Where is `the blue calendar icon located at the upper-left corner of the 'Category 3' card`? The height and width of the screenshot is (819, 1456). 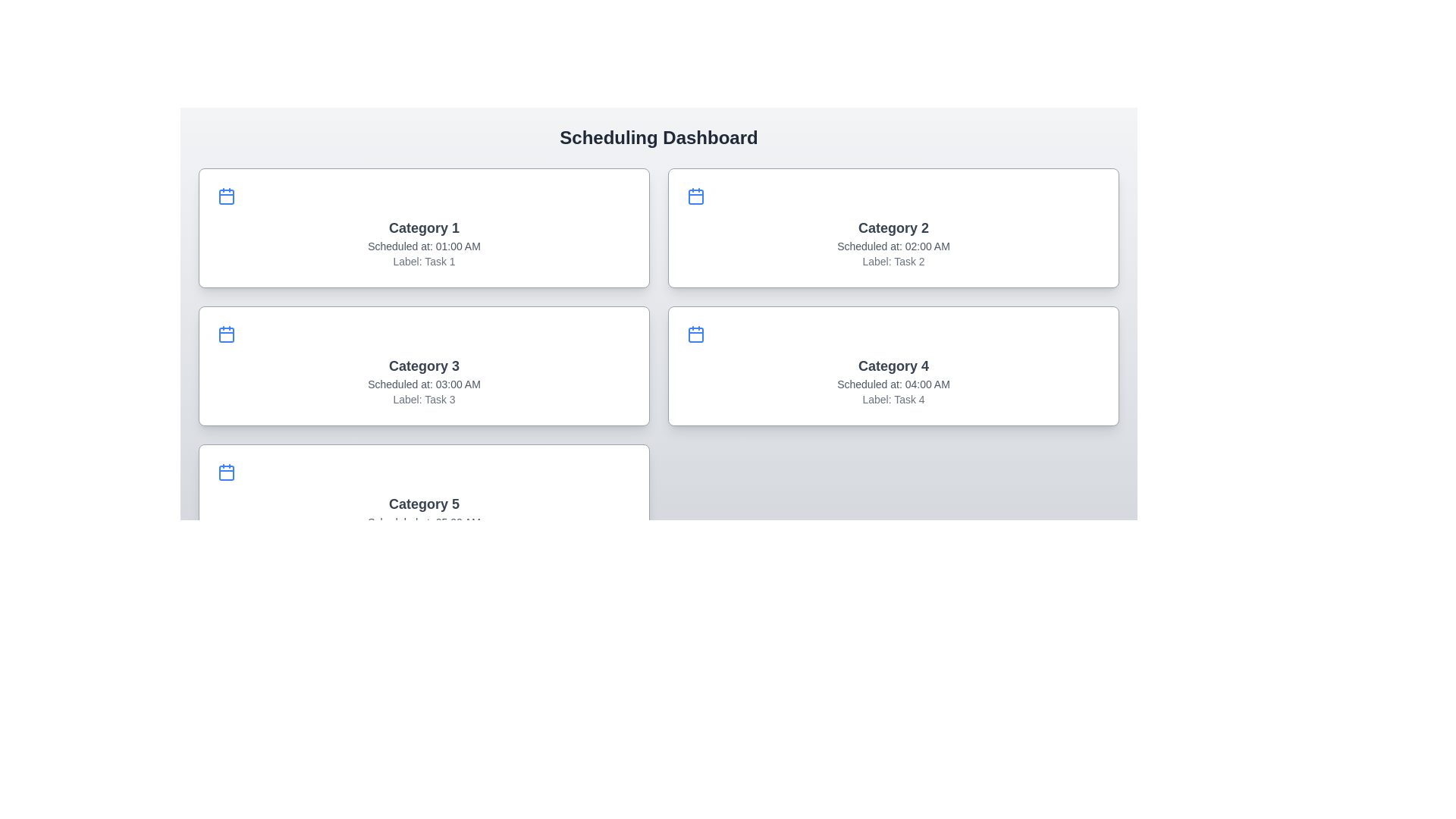 the blue calendar icon located at the upper-left corner of the 'Category 3' card is located at coordinates (225, 333).